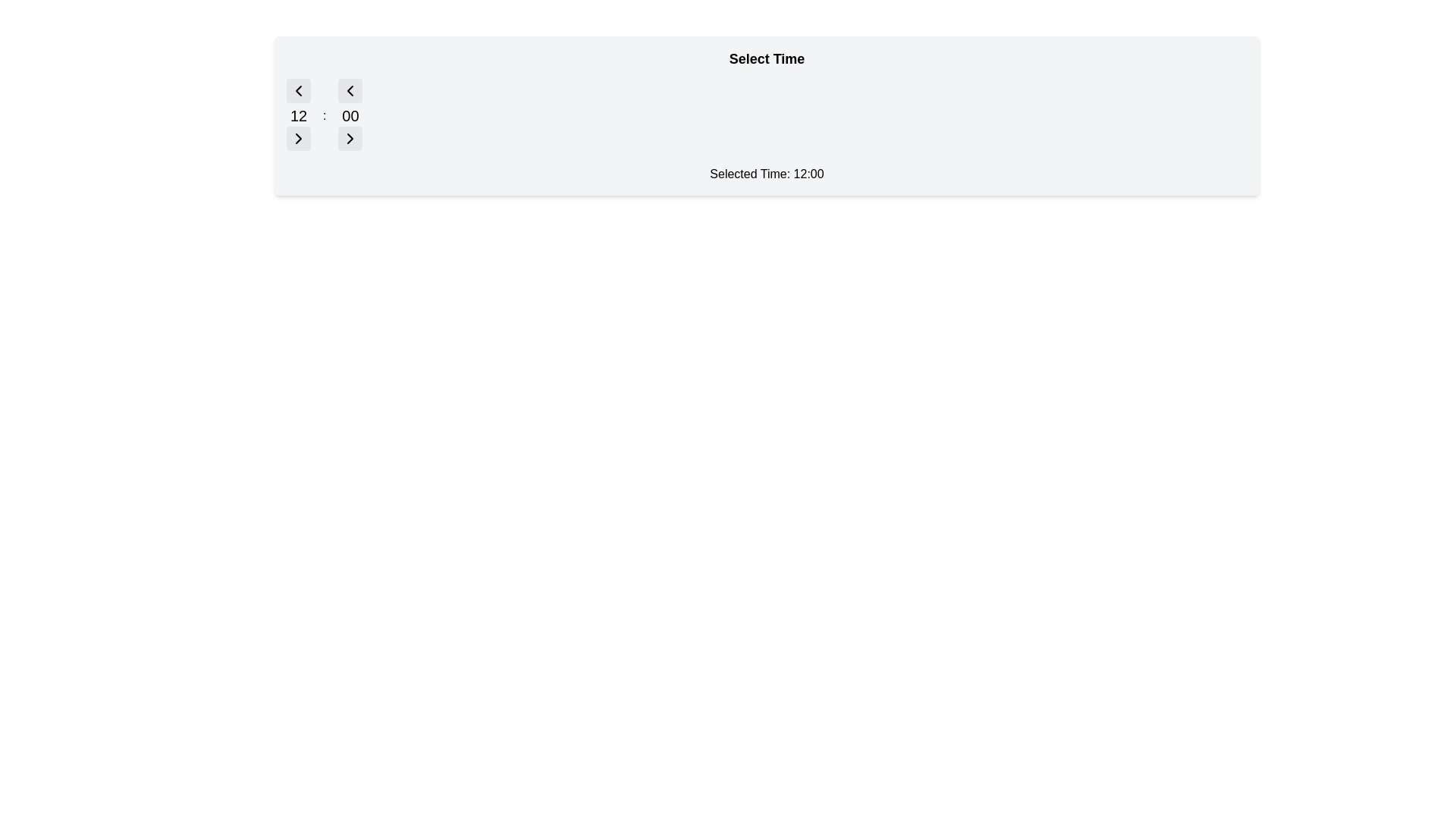 Image resolution: width=1456 pixels, height=819 pixels. I want to click on the chevron-right SVG icon that serves as the increment button for the time display, located to the right of the time display, so click(298, 138).